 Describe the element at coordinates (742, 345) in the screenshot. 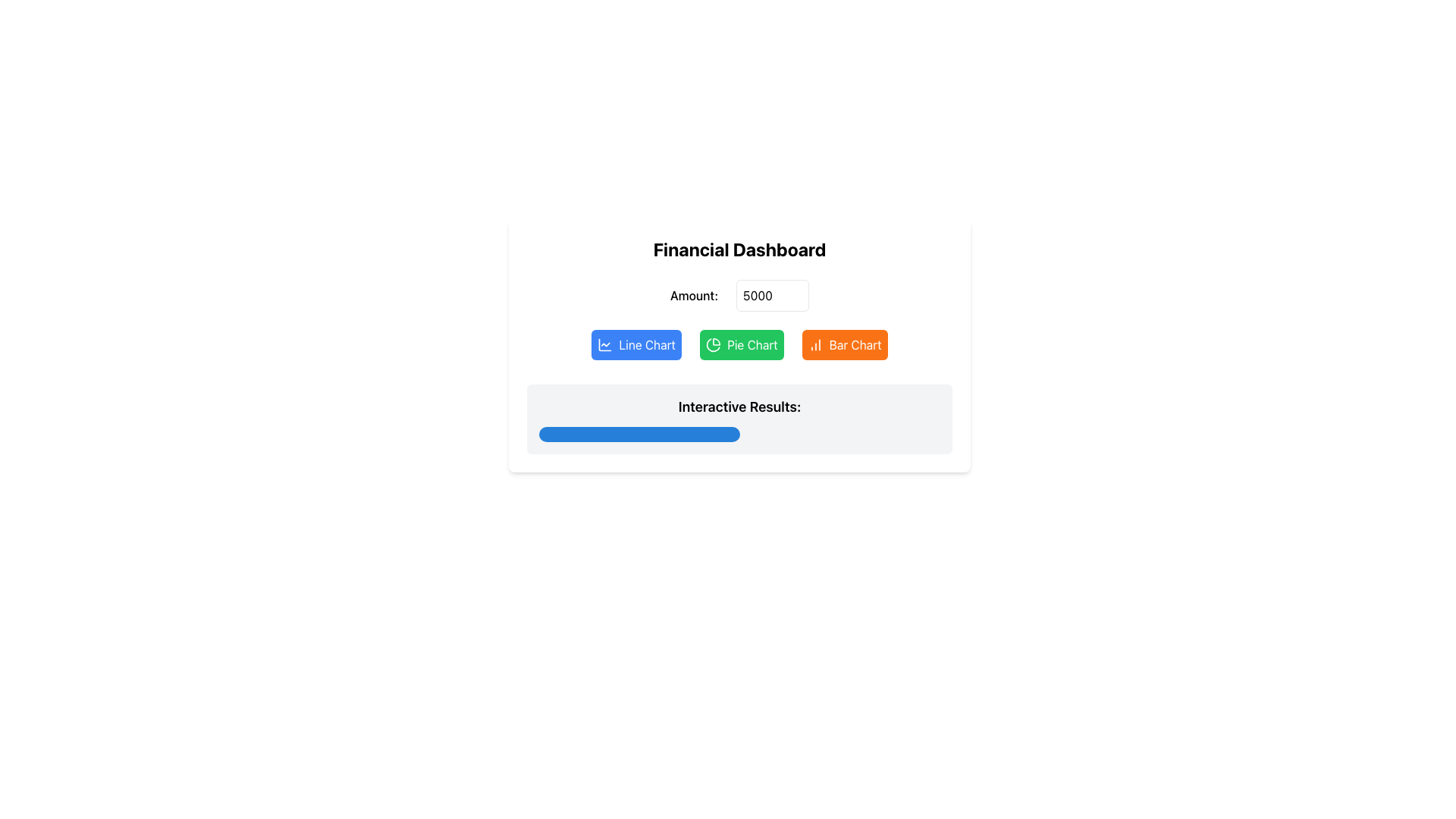

I see `the 'Pie Chart' button, which is a bright green button with white text and a pie chart icon, located in the middle of a group of three buttons` at that location.